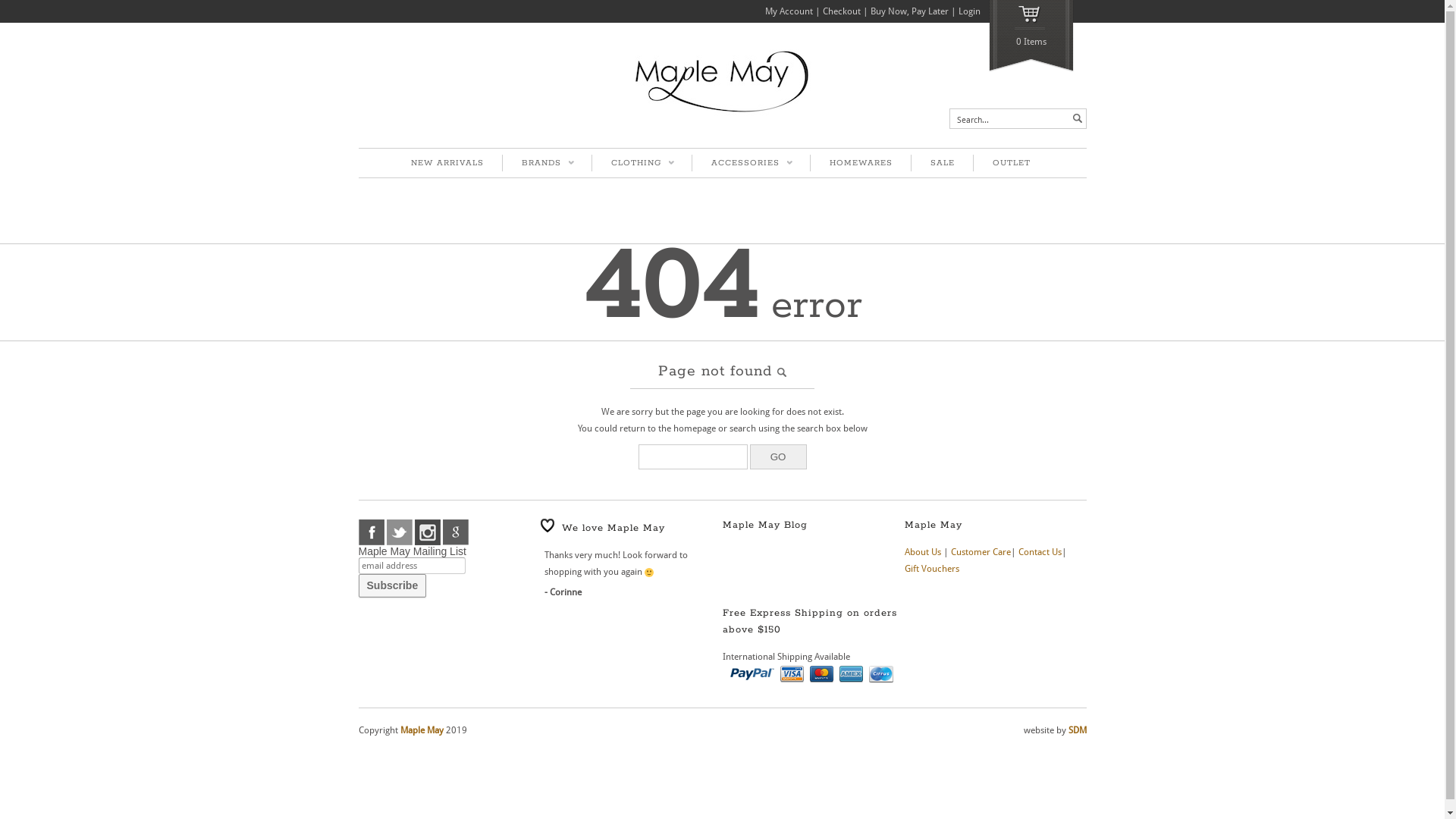  Describe the element at coordinates (909, 11) in the screenshot. I see `'Buy Now, Pay Later'` at that location.